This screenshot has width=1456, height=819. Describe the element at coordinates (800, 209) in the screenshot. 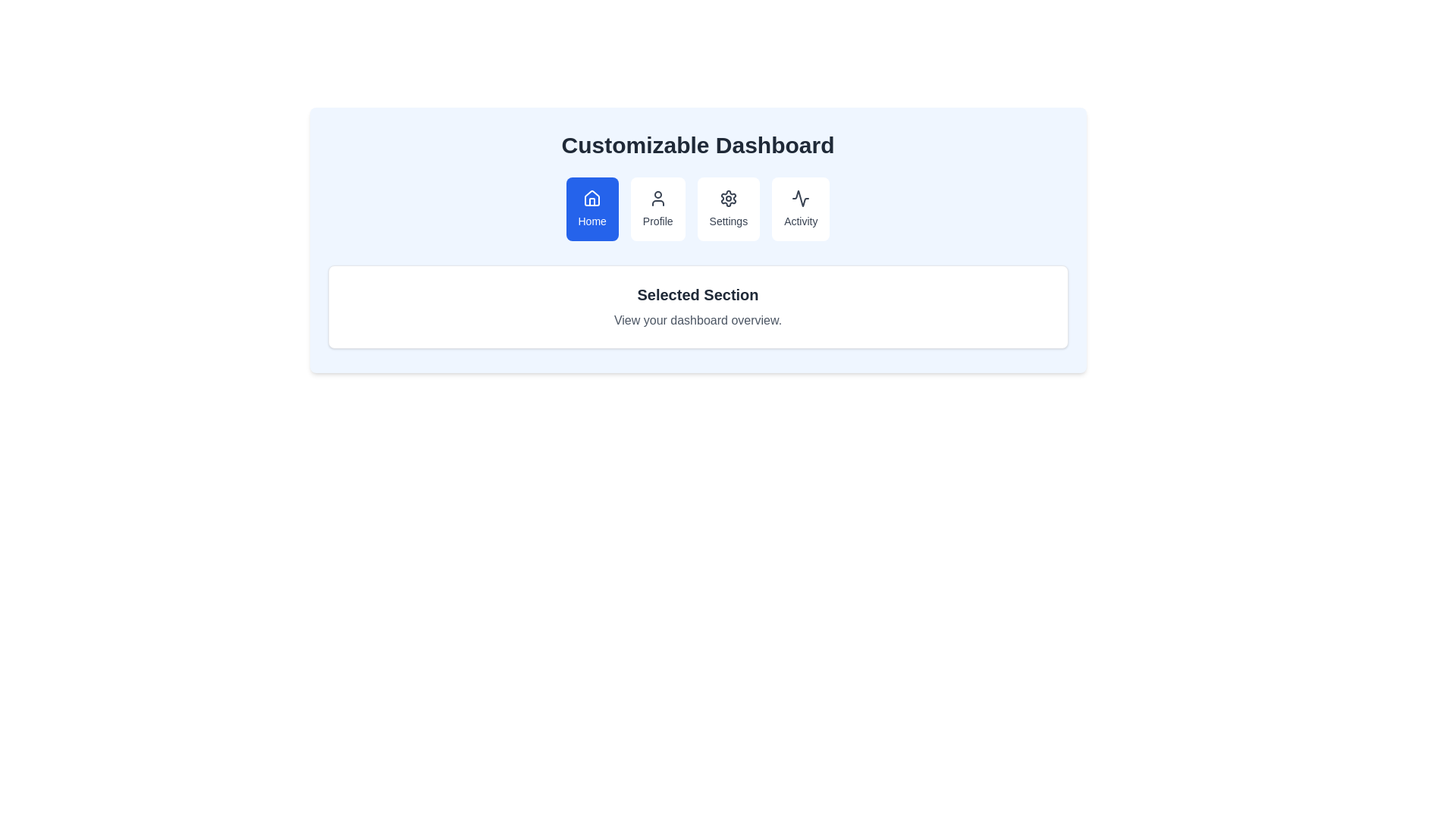

I see `the 'Activity' card, which is the fourth card in a horizontal row of navigation options` at that location.